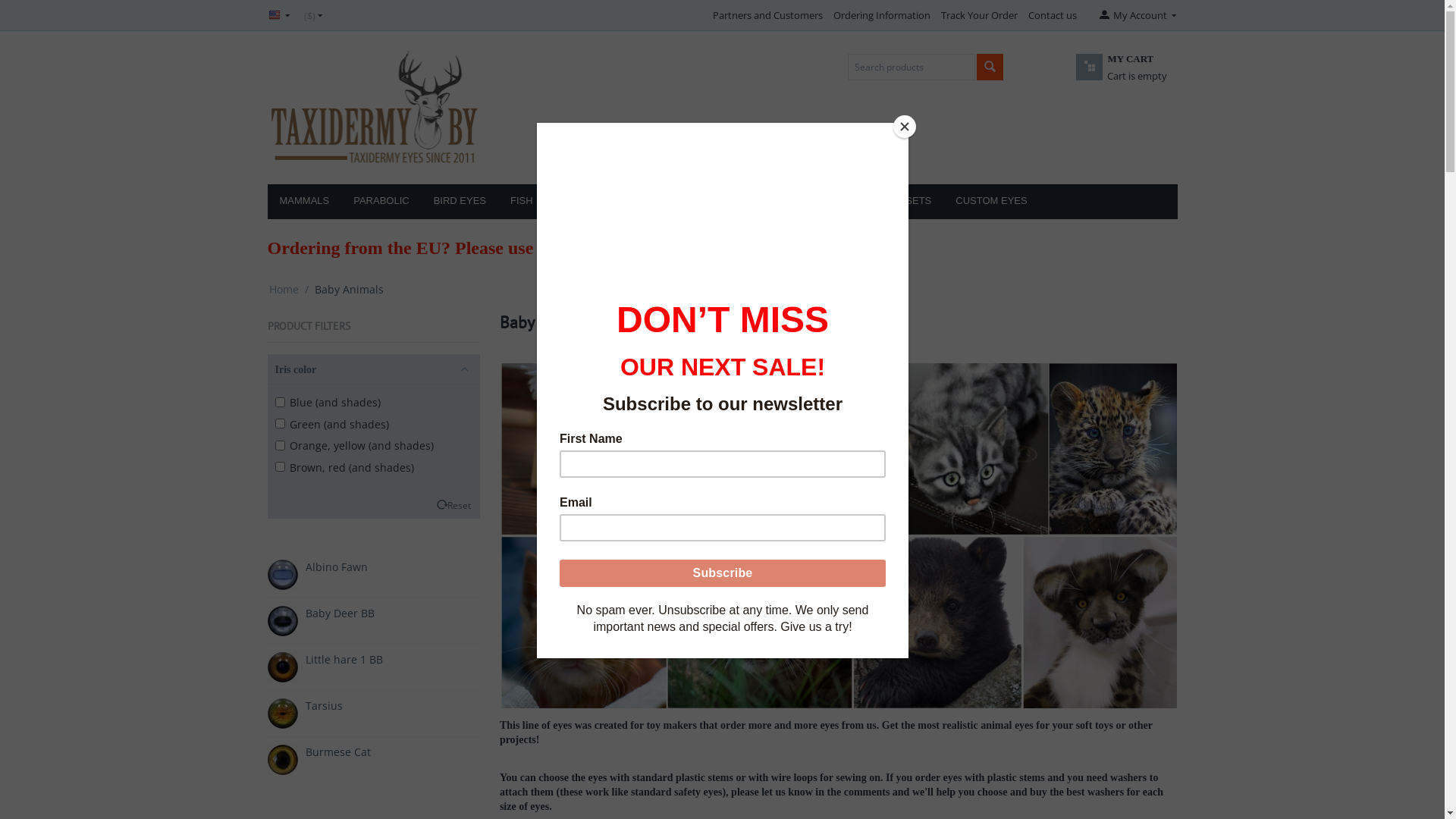 The width and height of the screenshot is (1456, 819). What do you see at coordinates (459, 201) in the screenshot?
I see `'BIRD EYES'` at bounding box center [459, 201].